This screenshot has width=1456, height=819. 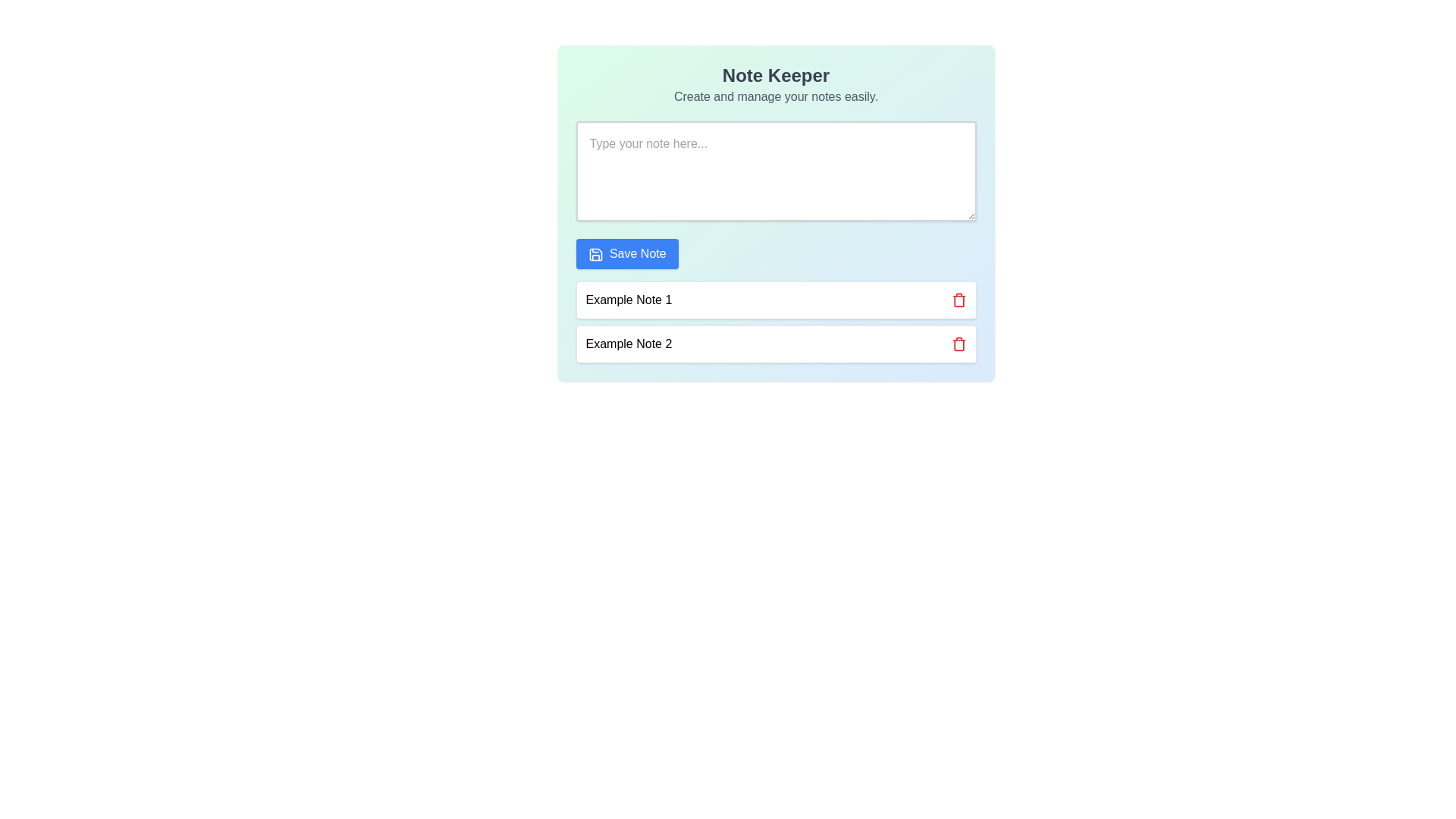 What do you see at coordinates (776, 76) in the screenshot?
I see `the prominent text label 'Note Keeper' which is styled with a bold and larger font size in dark gray, located at the top of the interface above the subtitle` at bounding box center [776, 76].